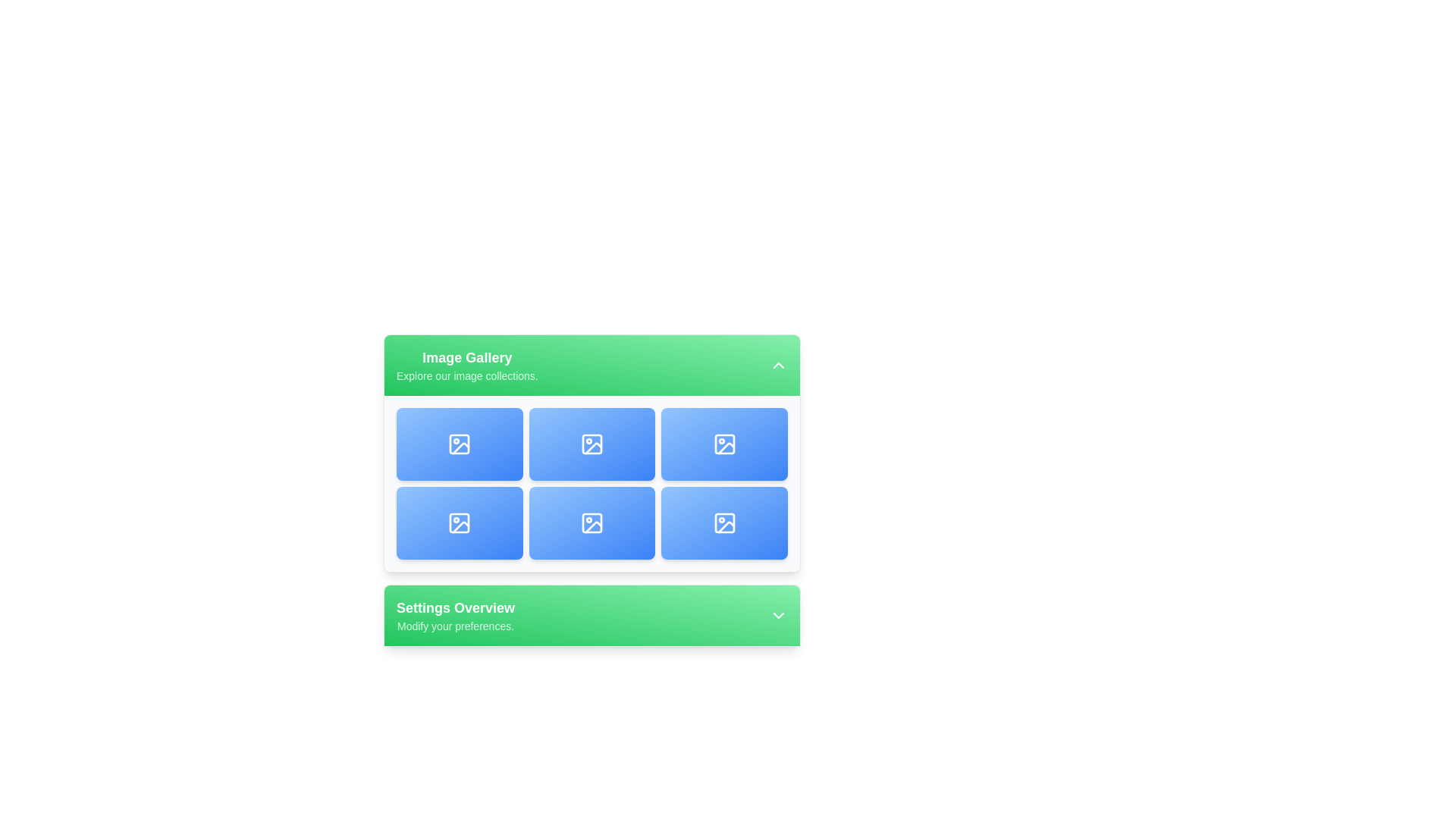 This screenshot has width=1456, height=819. I want to click on the button or placeholder element located in the bottom-right corner of the 3x2 grid layout within the 'Image Gallery' section, so click(723, 522).